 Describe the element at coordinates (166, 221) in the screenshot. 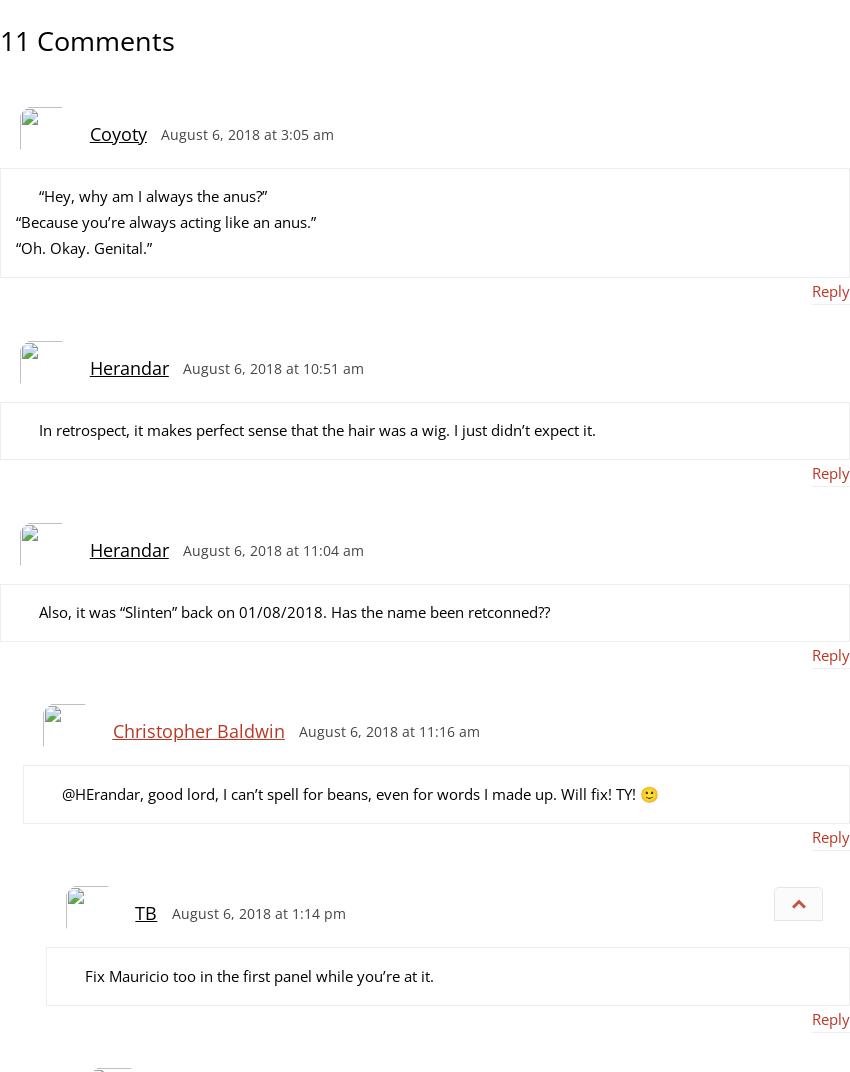

I see `'“Because you’re always acting like an anus.”'` at that location.